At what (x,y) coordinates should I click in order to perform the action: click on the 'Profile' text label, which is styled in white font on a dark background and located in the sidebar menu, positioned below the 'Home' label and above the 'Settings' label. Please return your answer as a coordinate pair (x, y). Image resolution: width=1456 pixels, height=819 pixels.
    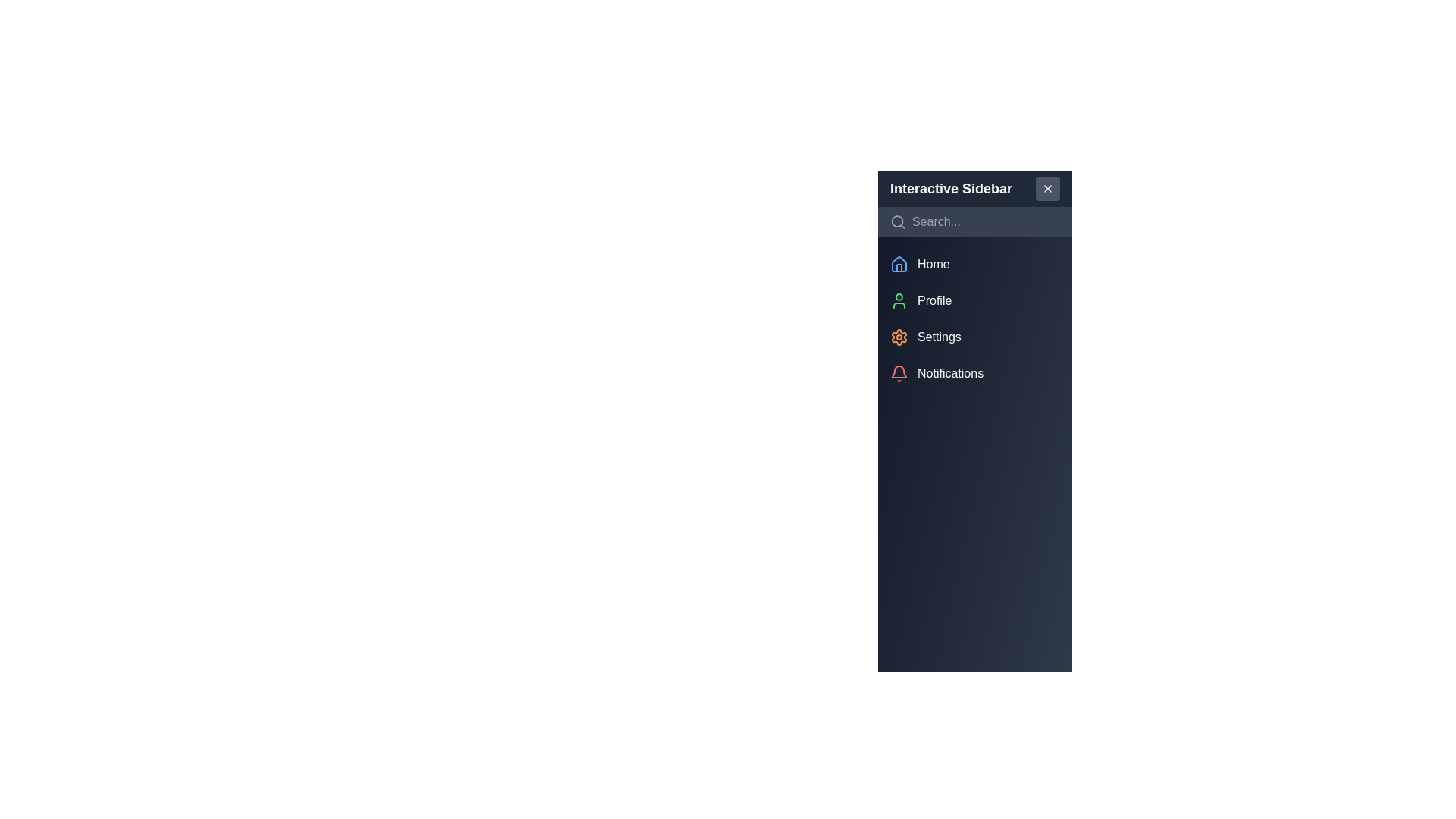
    Looking at the image, I should click on (934, 301).